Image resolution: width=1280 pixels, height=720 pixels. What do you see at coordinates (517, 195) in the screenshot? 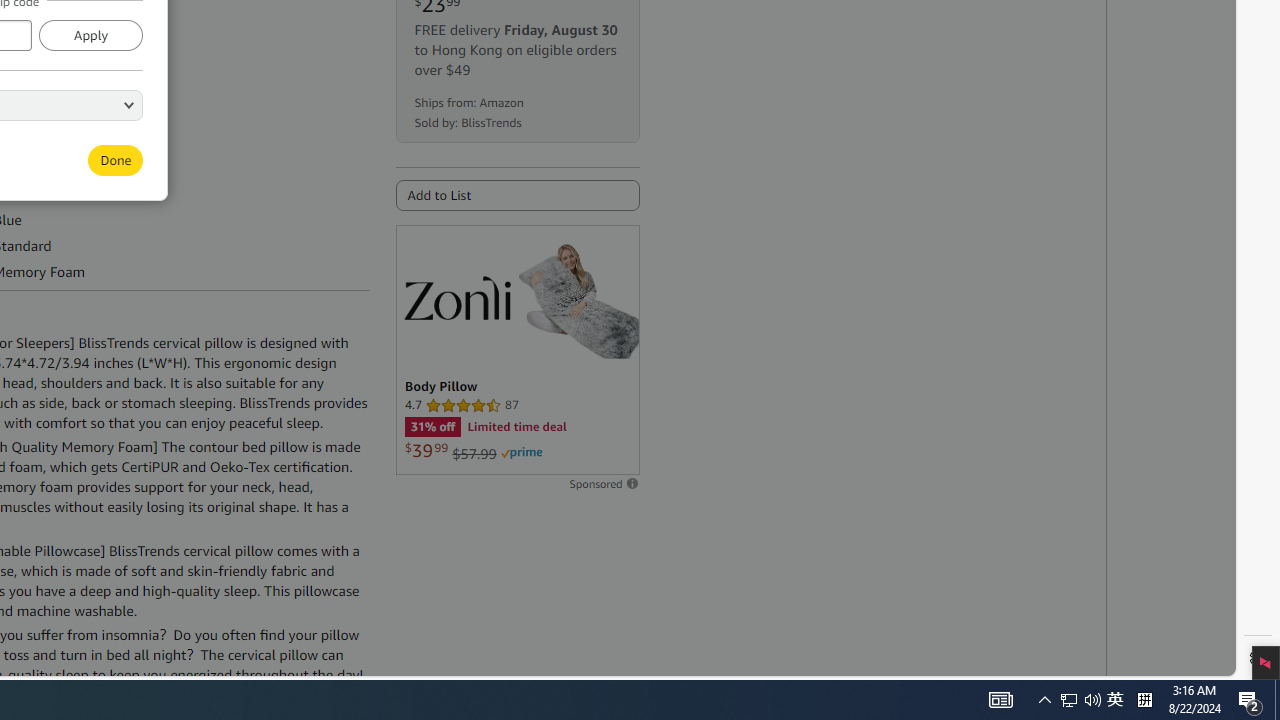
I see `'Add to List'` at bounding box center [517, 195].